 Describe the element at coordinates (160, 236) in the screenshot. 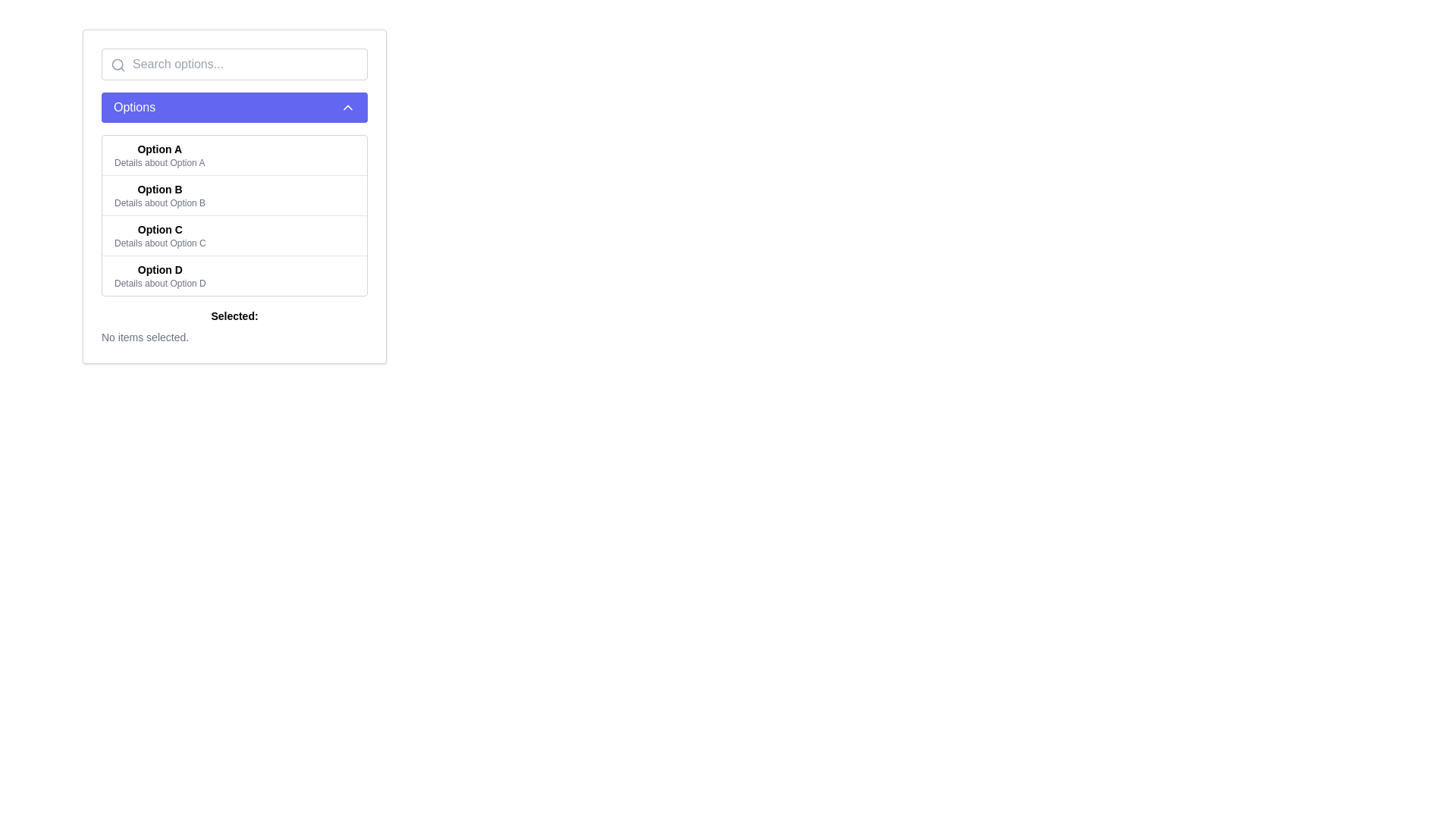

I see `to select the third option in the dropdown list, positioned between 'Option B' and 'Option D'` at that location.